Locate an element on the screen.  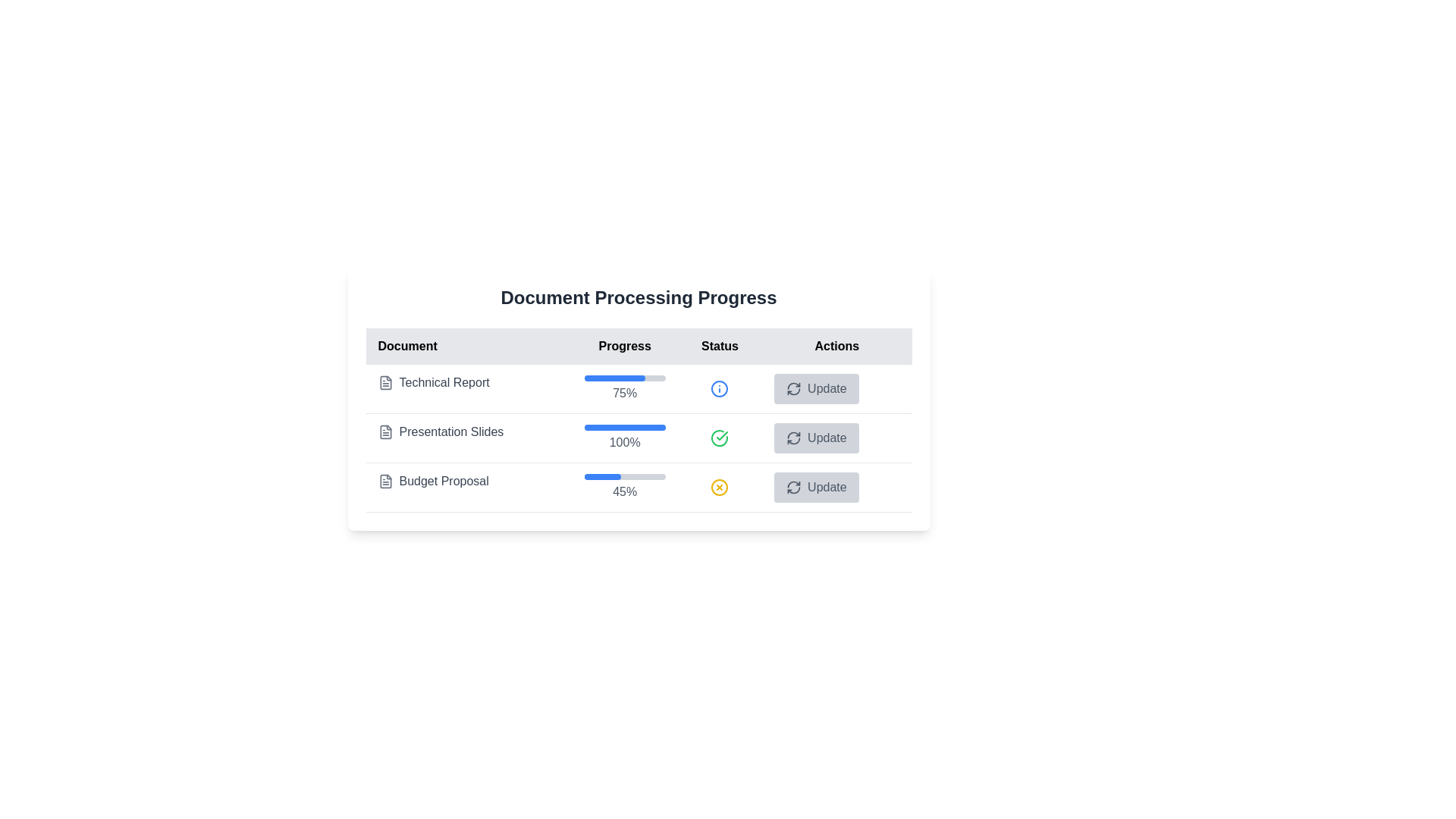
the button containing the refresh icon next to the 'Update' label to interact via keyboard is located at coordinates (793, 388).